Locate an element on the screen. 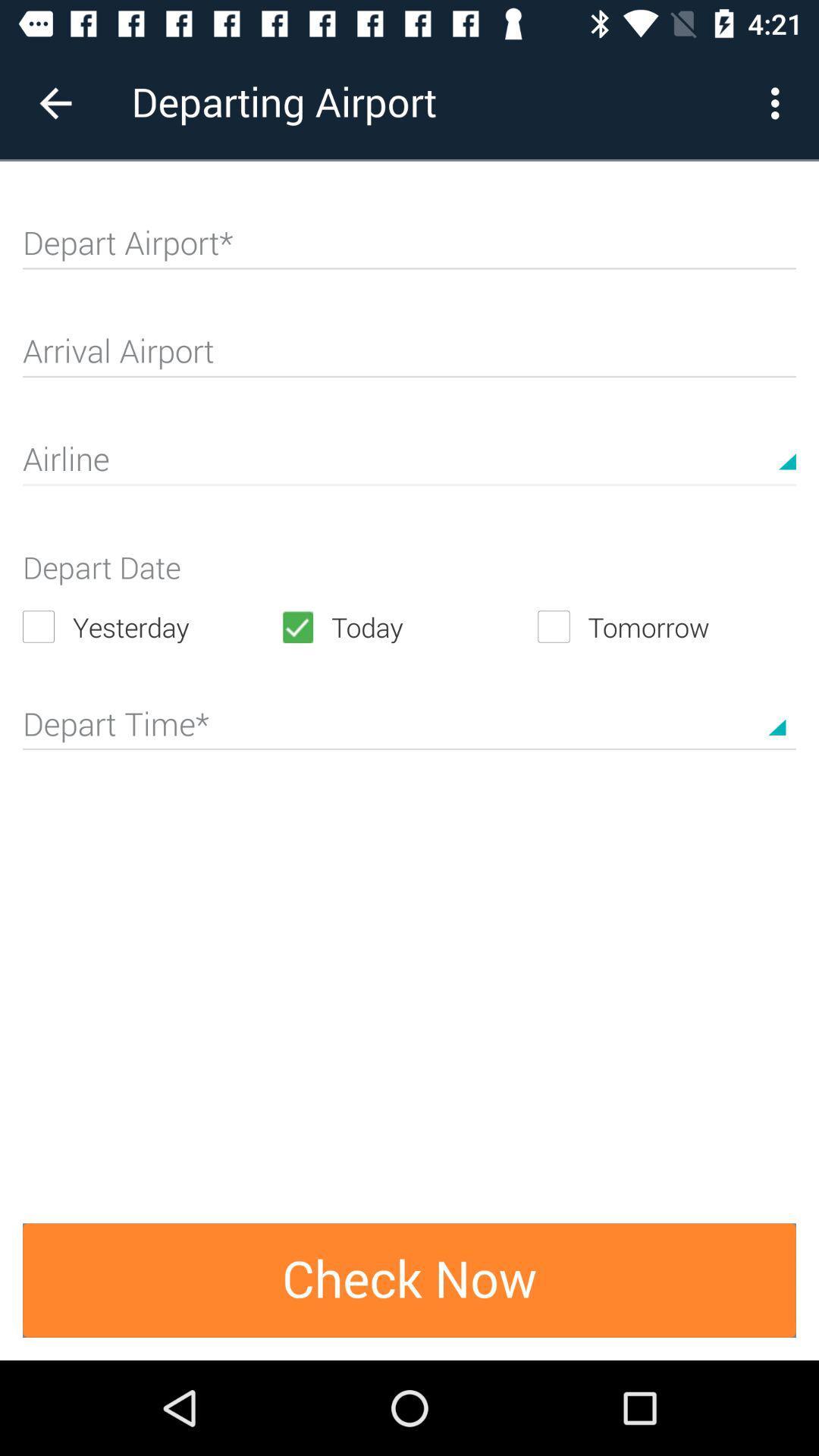 Image resolution: width=819 pixels, height=1456 pixels. the blue icon which is in the airline is located at coordinates (786, 446).